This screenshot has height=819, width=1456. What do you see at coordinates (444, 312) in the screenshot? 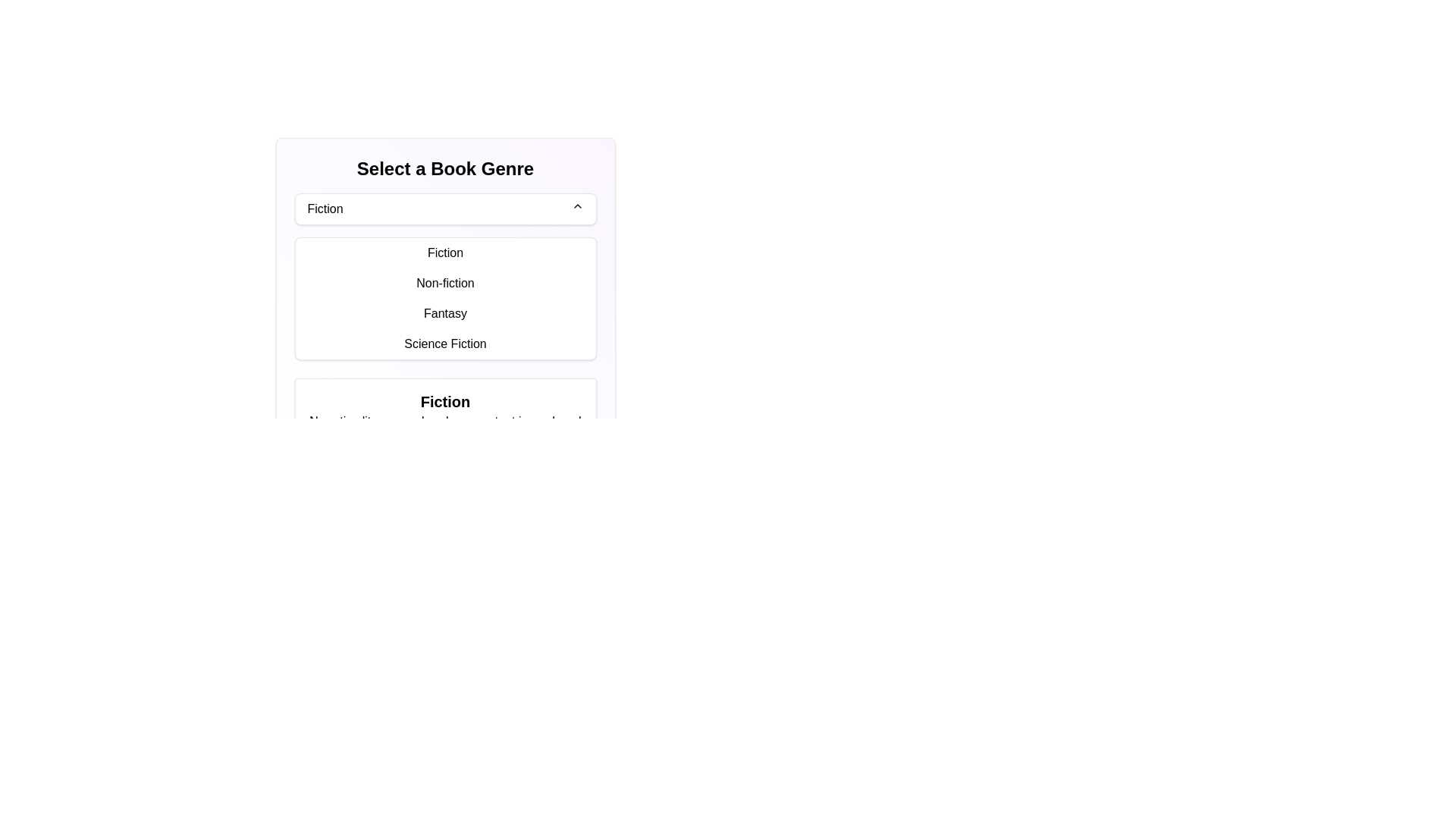
I see `the 'Fantasy' text item` at bounding box center [444, 312].